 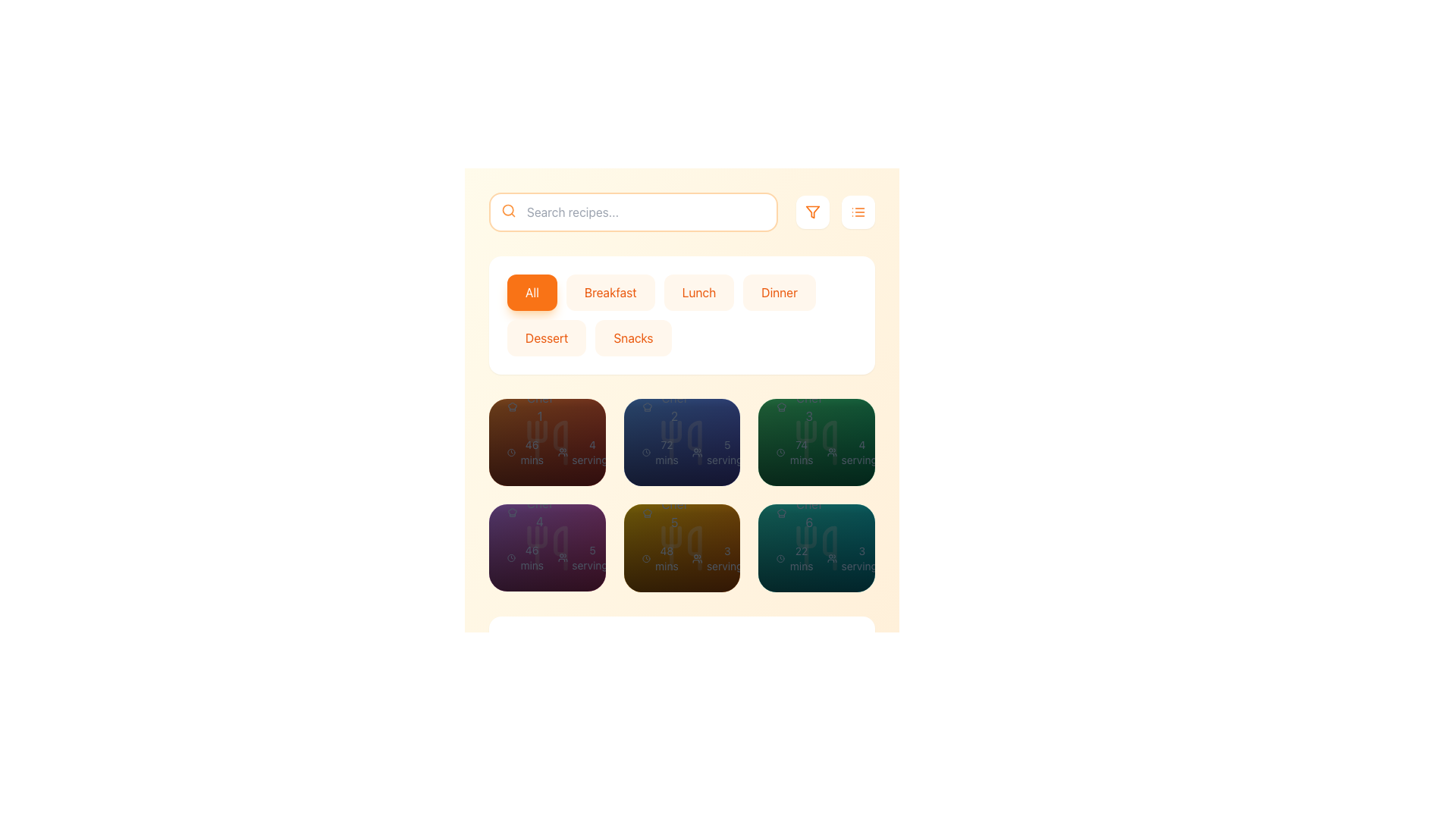 What do you see at coordinates (546, 442) in the screenshot?
I see `the recipe card with a gradient background transitioning from orange to red, which displays '46 mins' and '4 servings' below a centered utensils icon, located in the top left corner of the layout's grid` at bounding box center [546, 442].